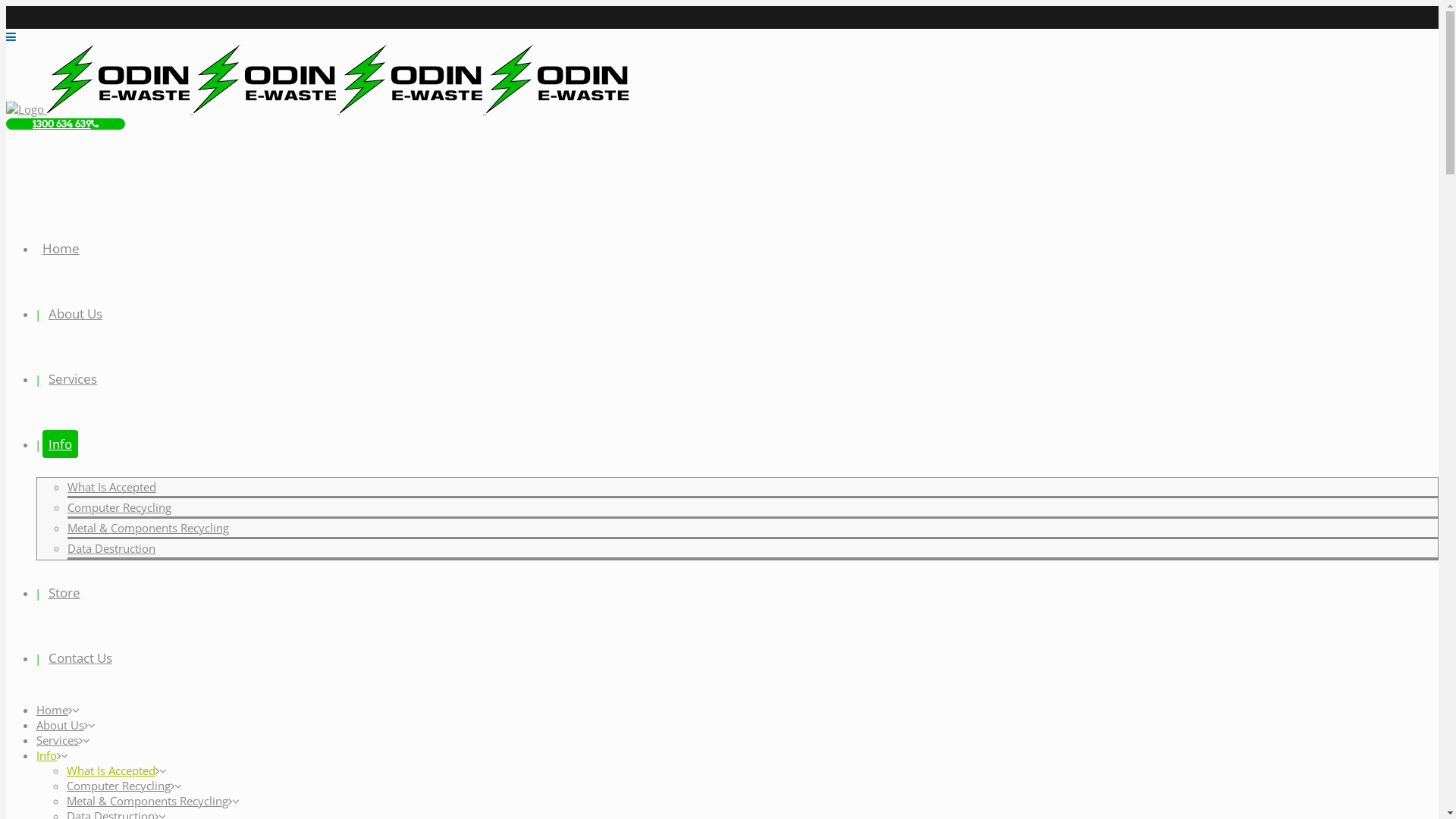  Describe the element at coordinates (64, 591) in the screenshot. I see `'Store'` at that location.